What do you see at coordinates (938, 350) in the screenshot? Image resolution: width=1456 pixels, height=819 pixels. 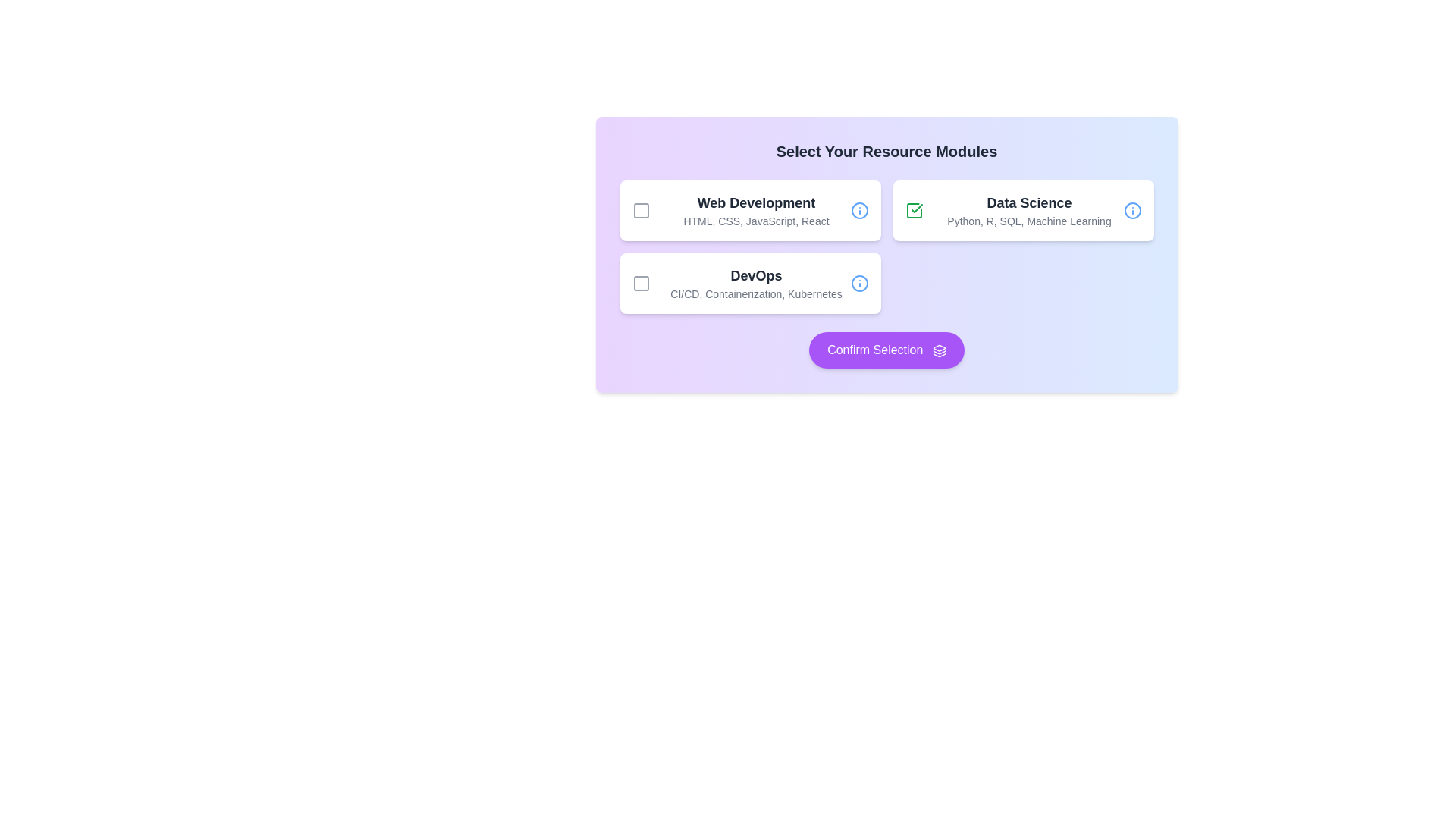 I see `the icon next to the 'Confirm Selection' button, which is a rounded purple button located in the lower middle part of the interface panel` at bounding box center [938, 350].